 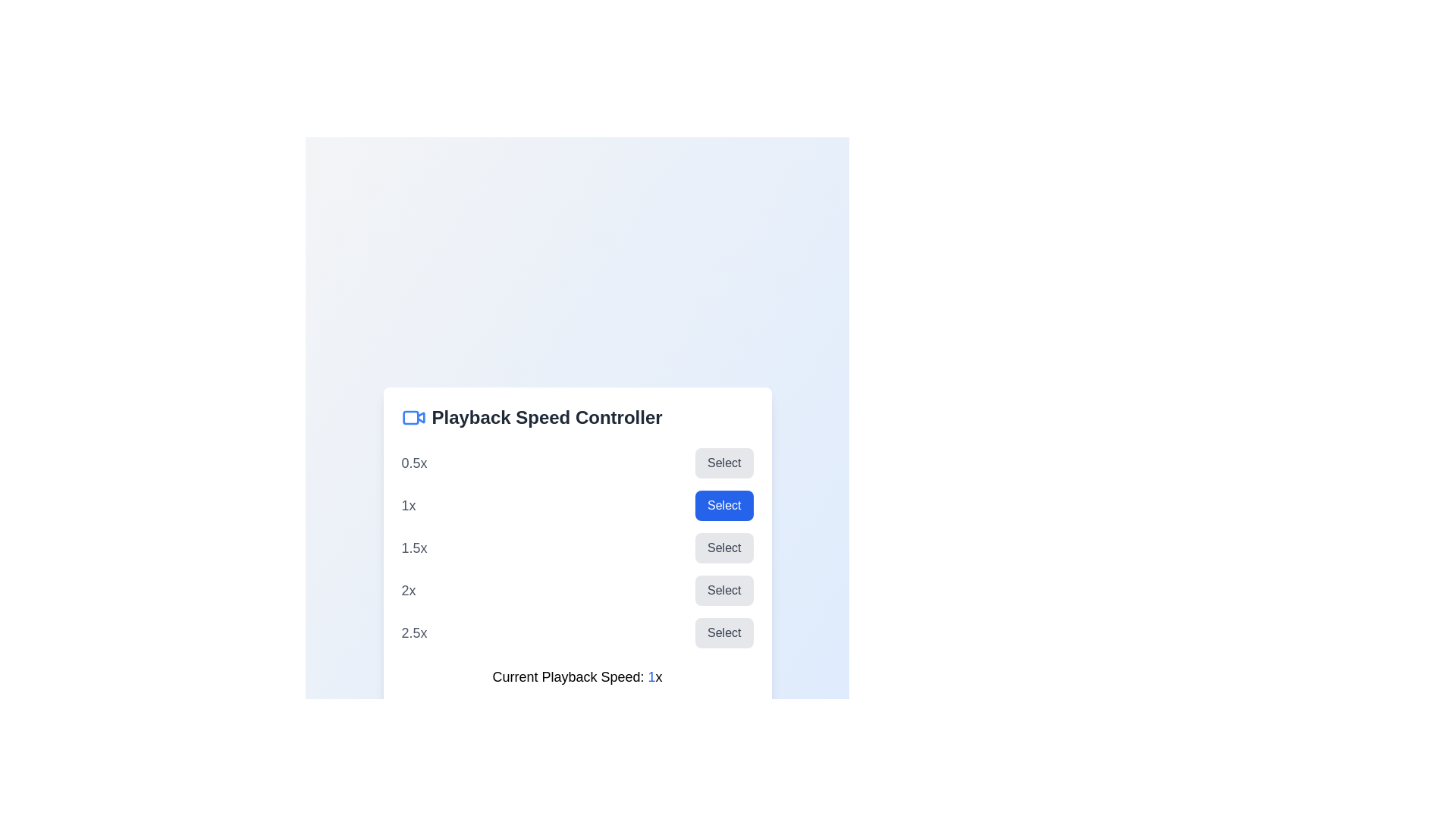 I want to click on the 'Select' button located in the third row of the playback speed options between '1x' and '2x' in the 'Playback Speed Controller' panel to set the playback speed to 1.5 times the normal speed, so click(x=576, y=548).